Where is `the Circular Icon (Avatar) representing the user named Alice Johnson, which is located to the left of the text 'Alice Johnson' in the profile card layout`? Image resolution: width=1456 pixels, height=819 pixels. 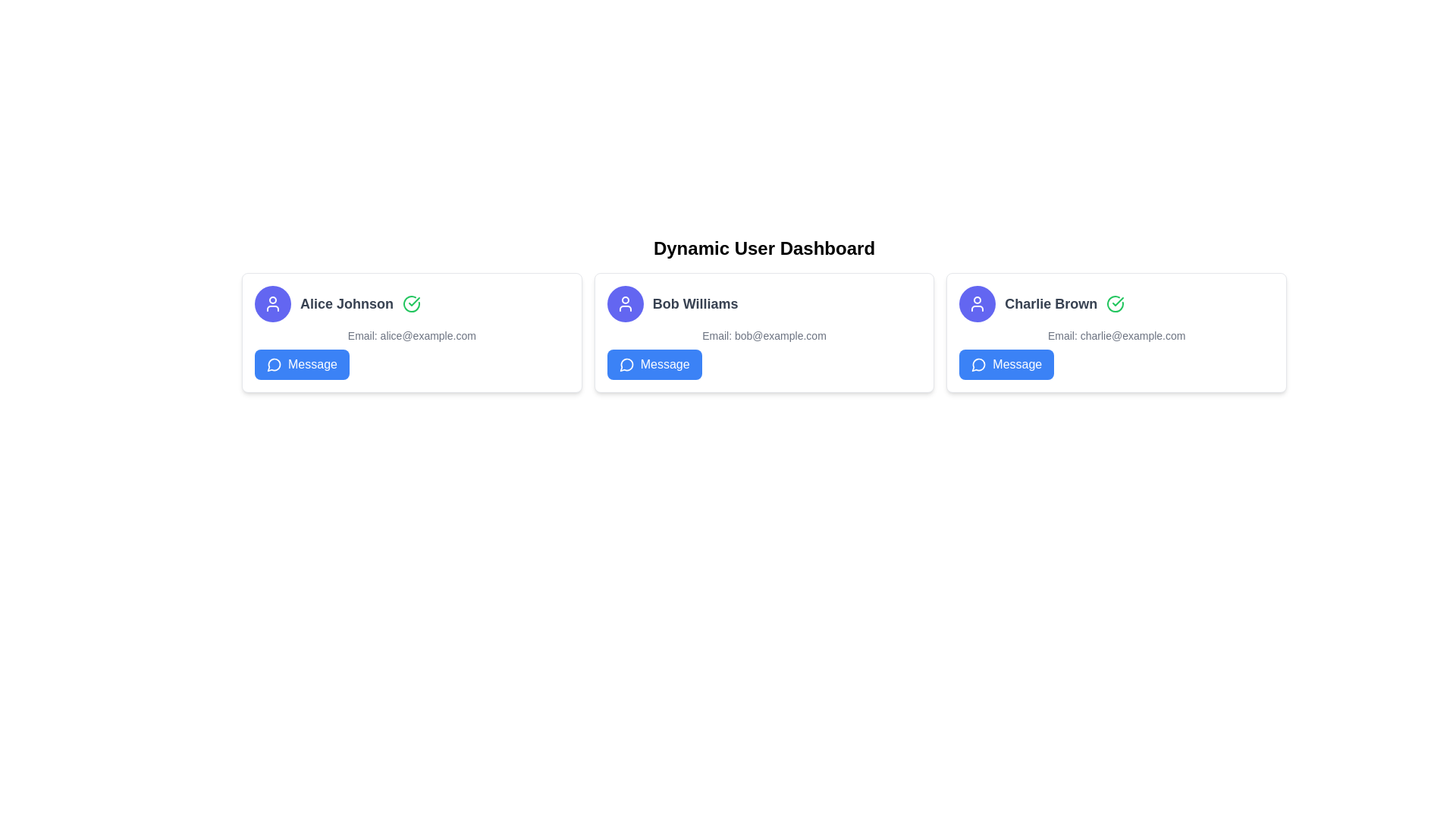 the Circular Icon (Avatar) representing the user named Alice Johnson, which is located to the left of the text 'Alice Johnson' in the profile card layout is located at coordinates (273, 304).